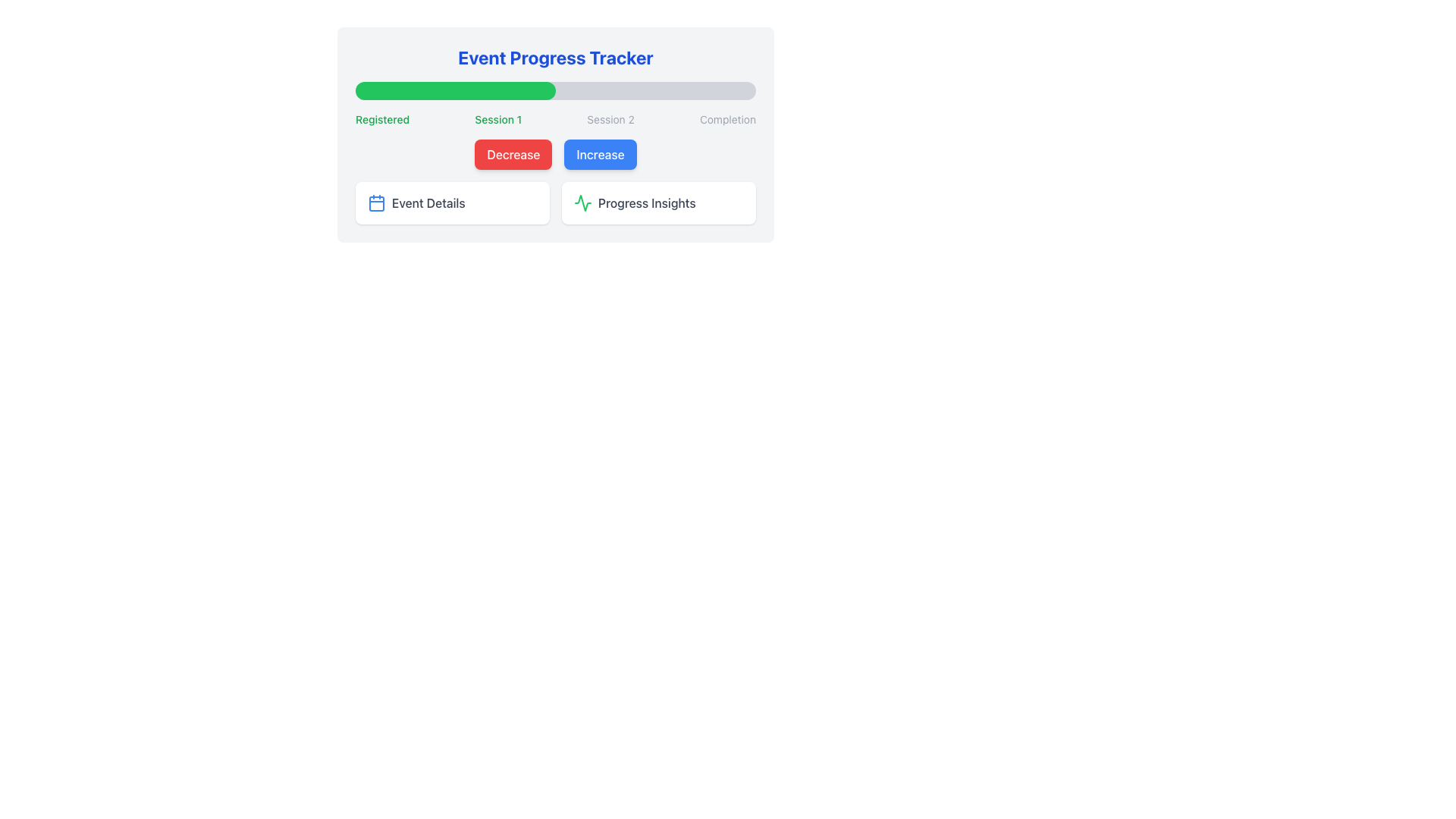  What do you see at coordinates (377, 203) in the screenshot?
I see `the calendar icon element that represents a day within the 'Event Details' button functionality` at bounding box center [377, 203].